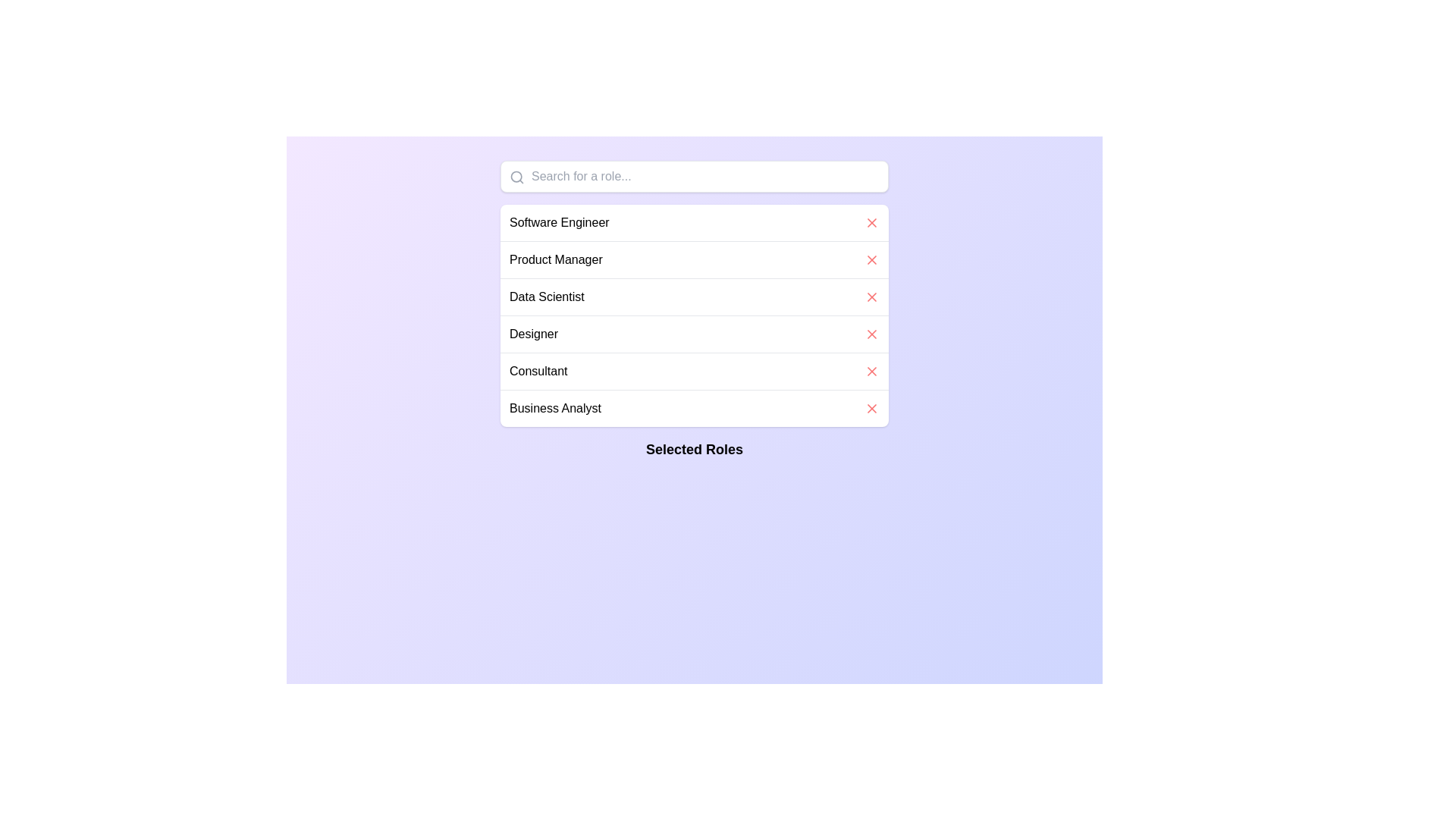 Image resolution: width=1456 pixels, height=819 pixels. Describe the element at coordinates (694, 333) in the screenshot. I see `the fourth item in the selectable roles list, which represents the role tagged as 'Designer'` at that location.